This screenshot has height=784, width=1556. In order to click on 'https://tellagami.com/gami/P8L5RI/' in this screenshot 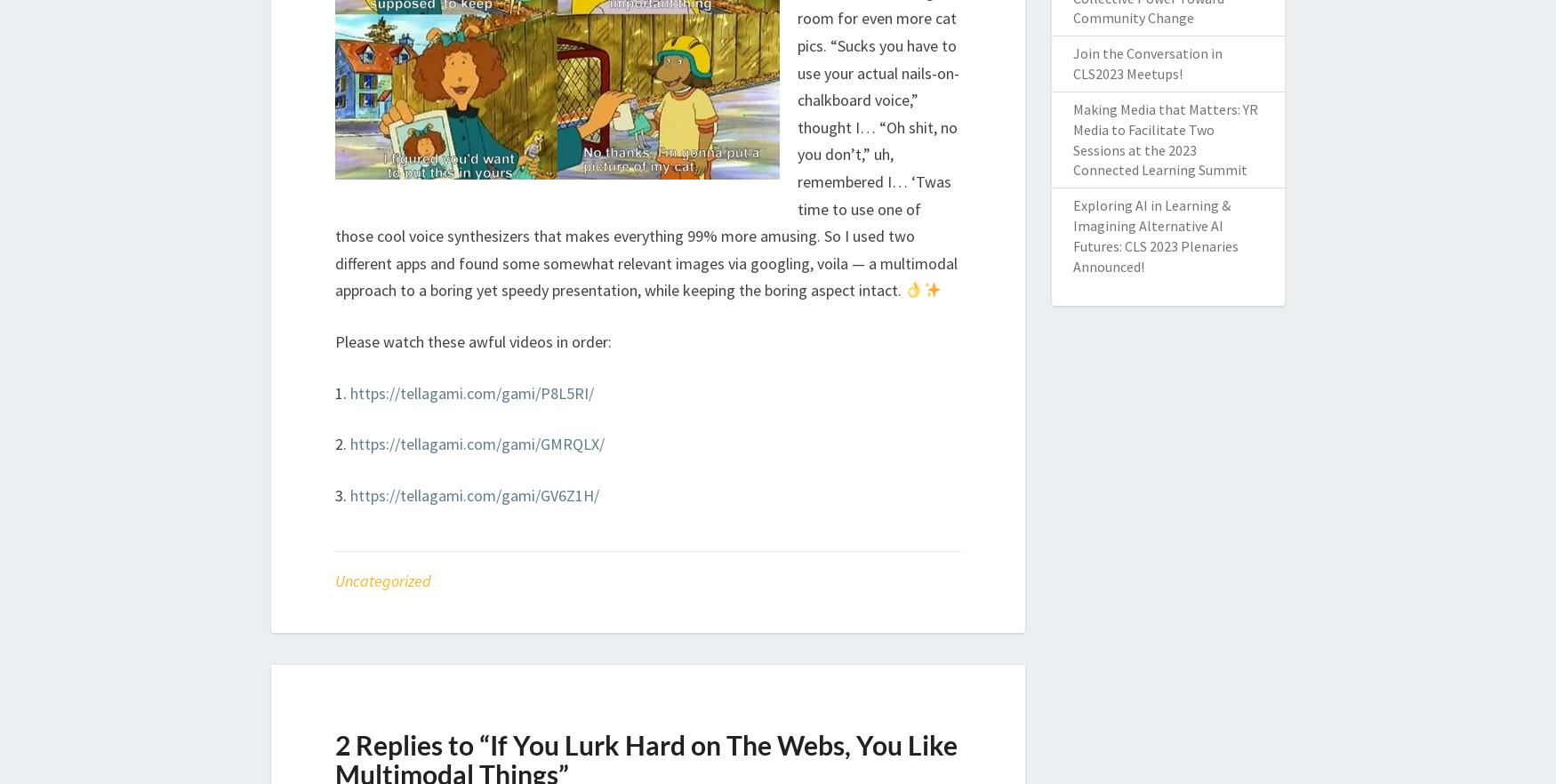, I will do `click(470, 392)`.